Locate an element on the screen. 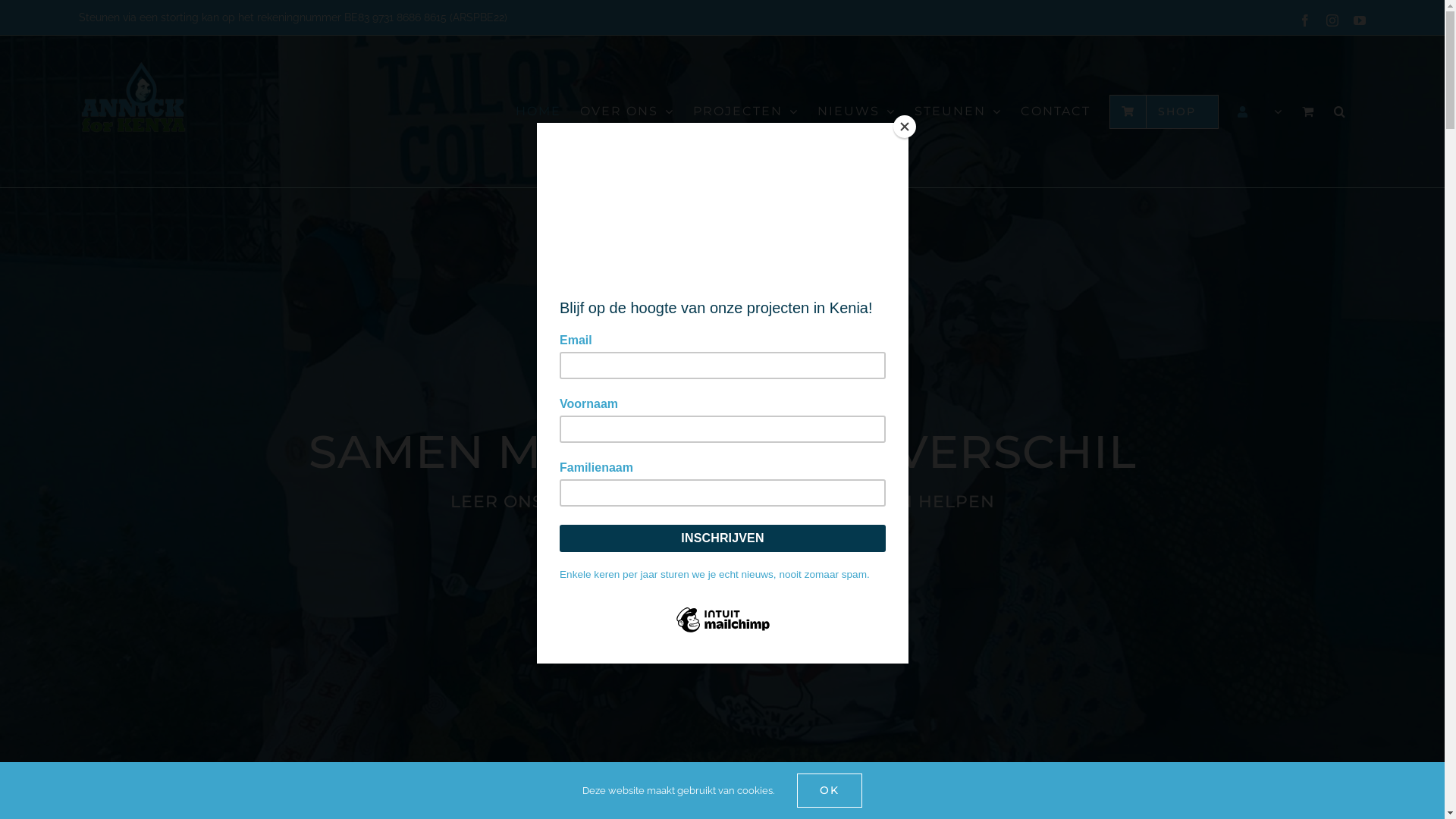  'Instagram' is located at coordinates (1331, 20).